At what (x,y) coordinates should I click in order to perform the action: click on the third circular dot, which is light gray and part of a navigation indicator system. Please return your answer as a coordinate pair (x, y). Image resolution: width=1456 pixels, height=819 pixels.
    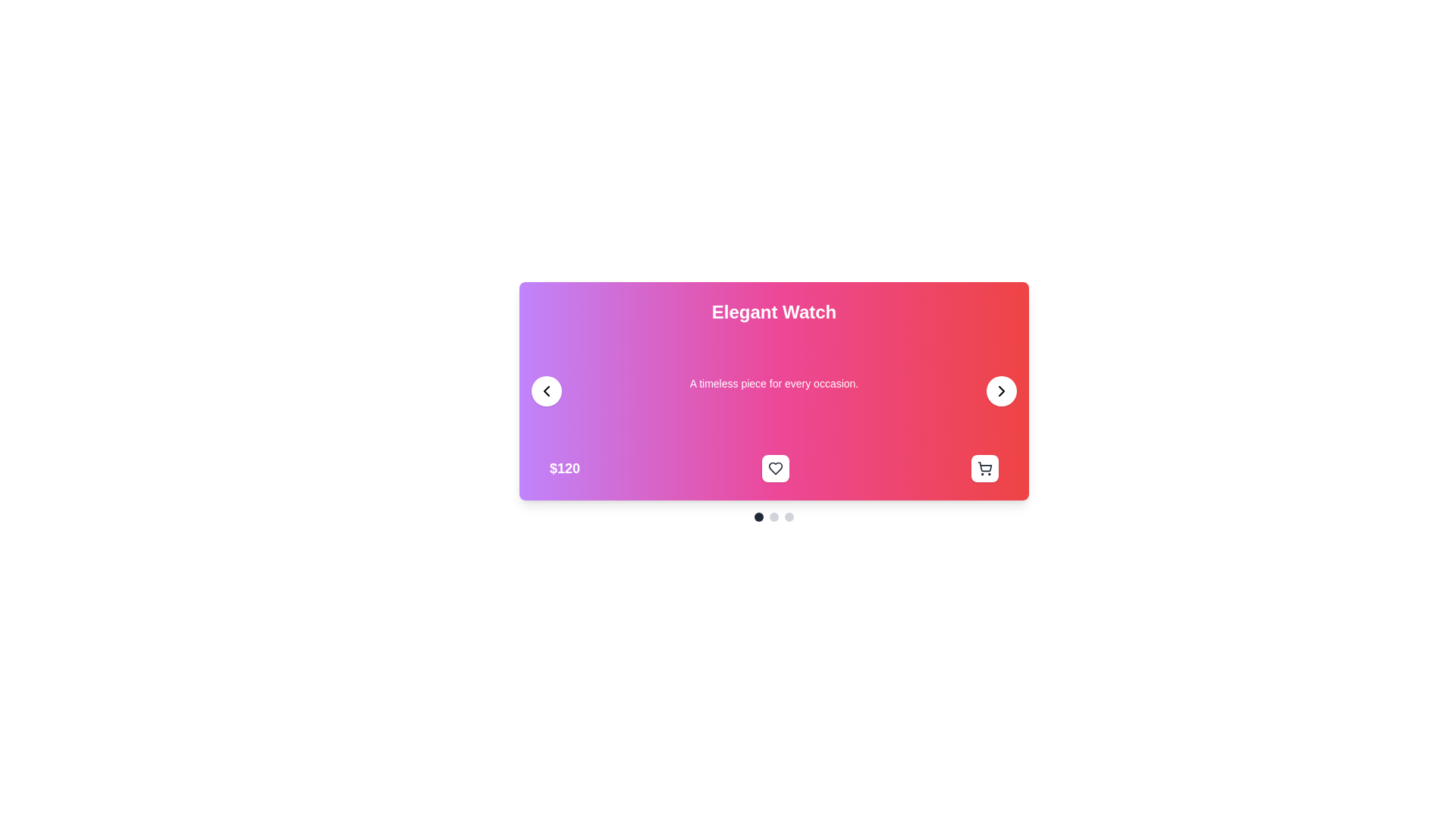
    Looking at the image, I should click on (789, 516).